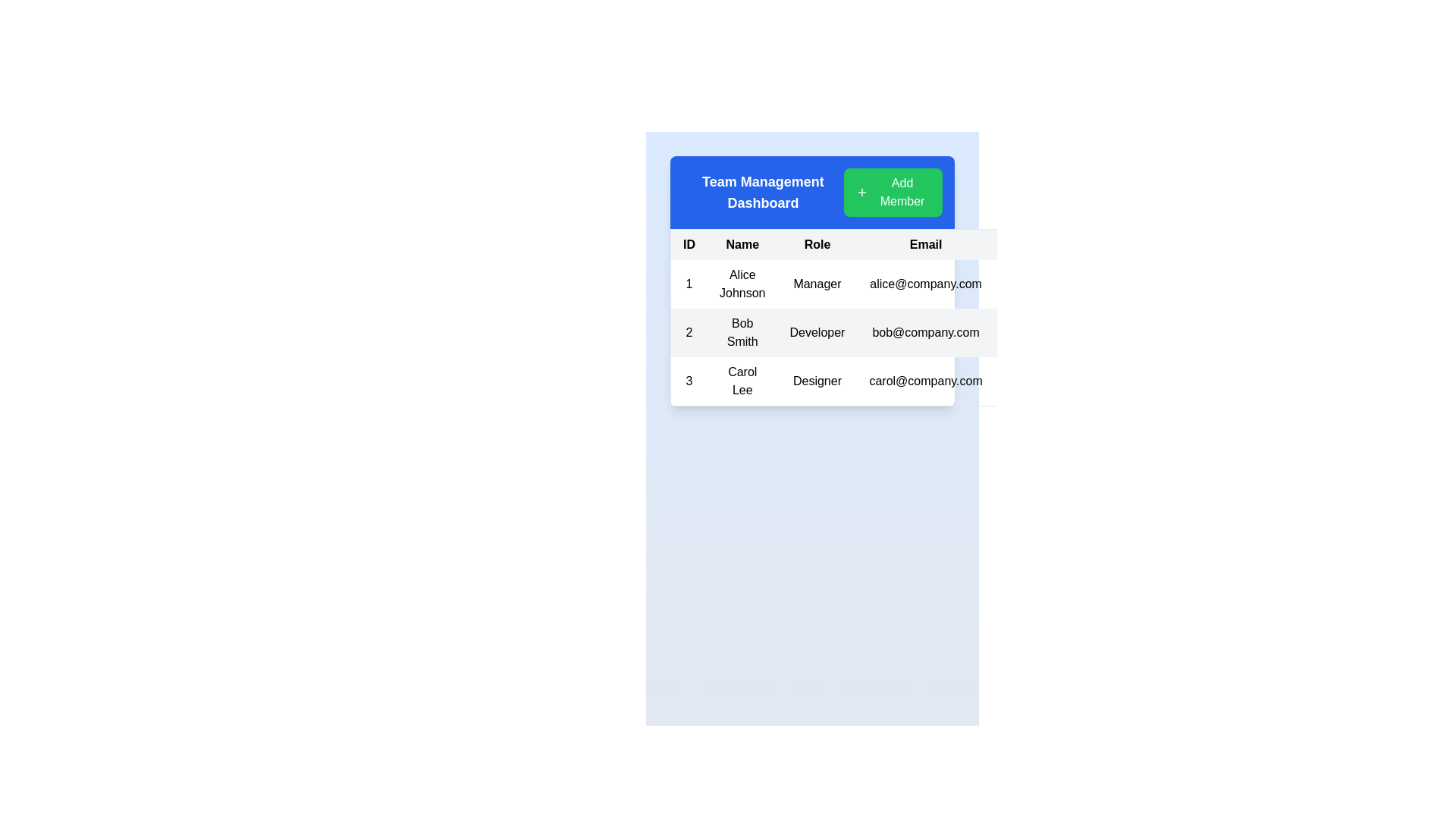 This screenshot has width=1456, height=819. Describe the element at coordinates (862, 192) in the screenshot. I see `the '+' icon within the 'Add Member' button located at the top-right corner of the Team Management Dashboard` at that location.